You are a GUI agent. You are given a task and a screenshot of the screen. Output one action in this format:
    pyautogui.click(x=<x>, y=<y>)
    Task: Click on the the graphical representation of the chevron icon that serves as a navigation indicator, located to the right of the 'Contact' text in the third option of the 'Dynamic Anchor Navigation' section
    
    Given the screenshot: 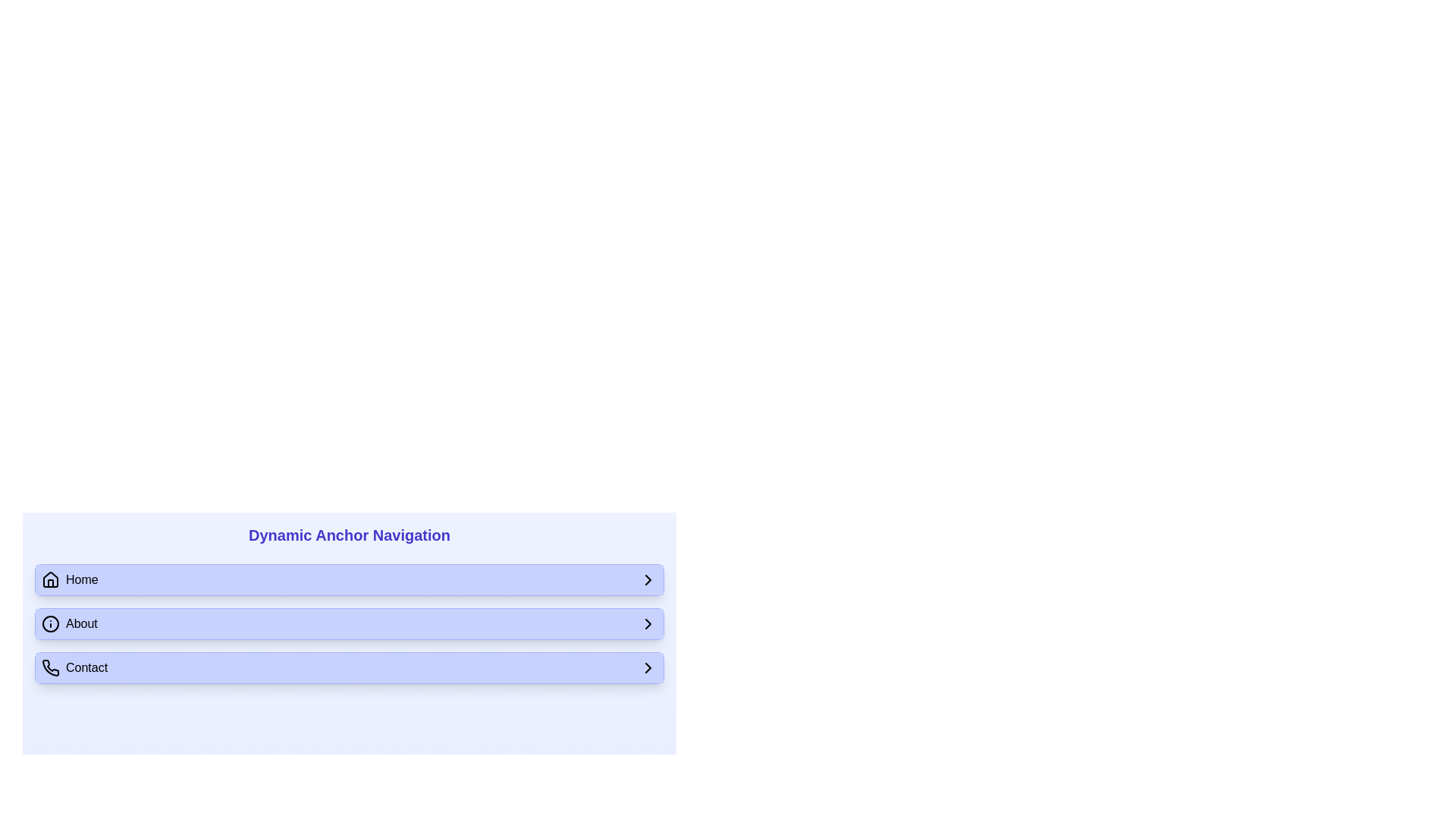 What is the action you would take?
    pyautogui.click(x=648, y=623)
    